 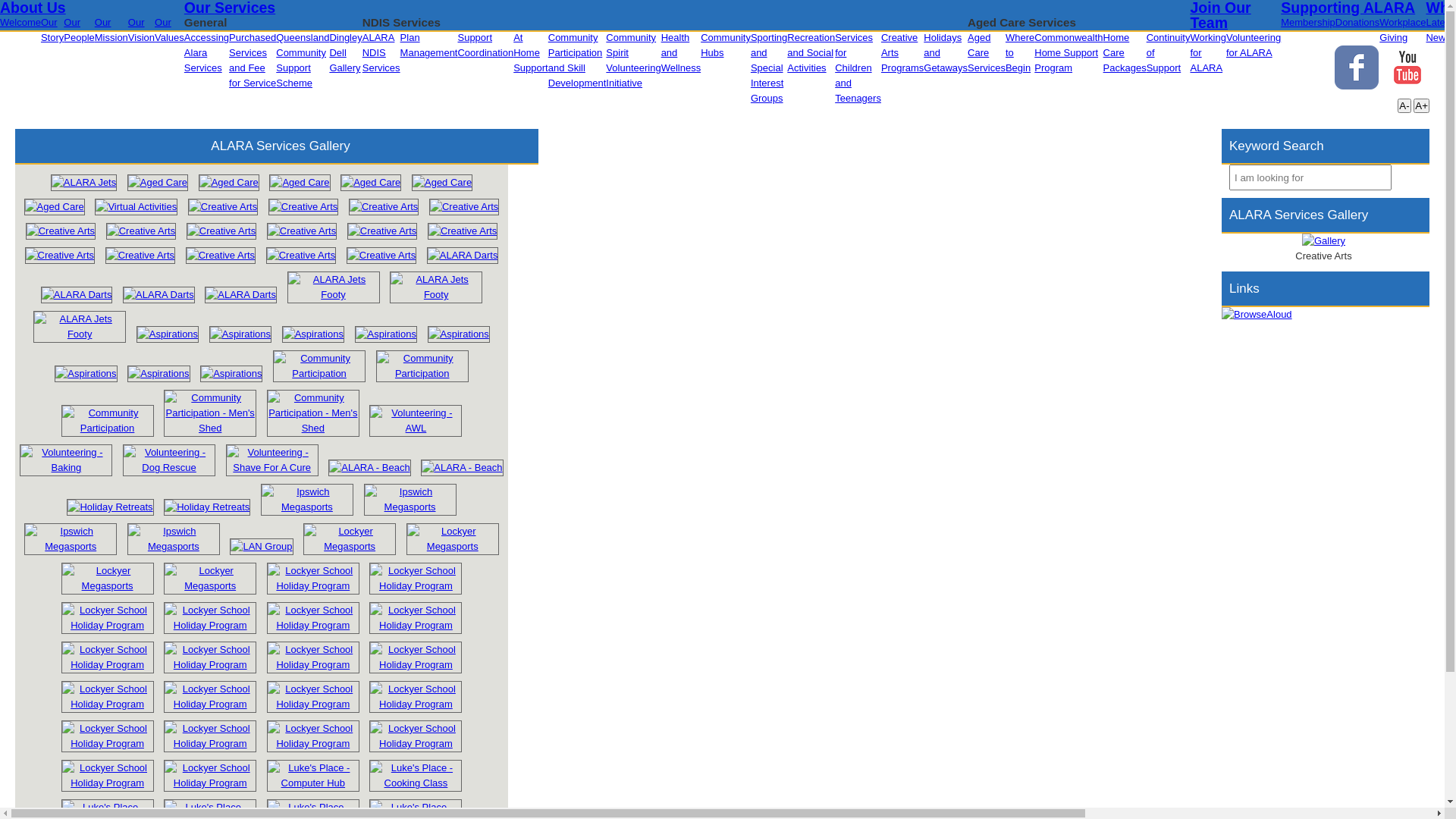 What do you see at coordinates (768, 67) in the screenshot?
I see `'Sporting and Special Interest Groups'` at bounding box center [768, 67].